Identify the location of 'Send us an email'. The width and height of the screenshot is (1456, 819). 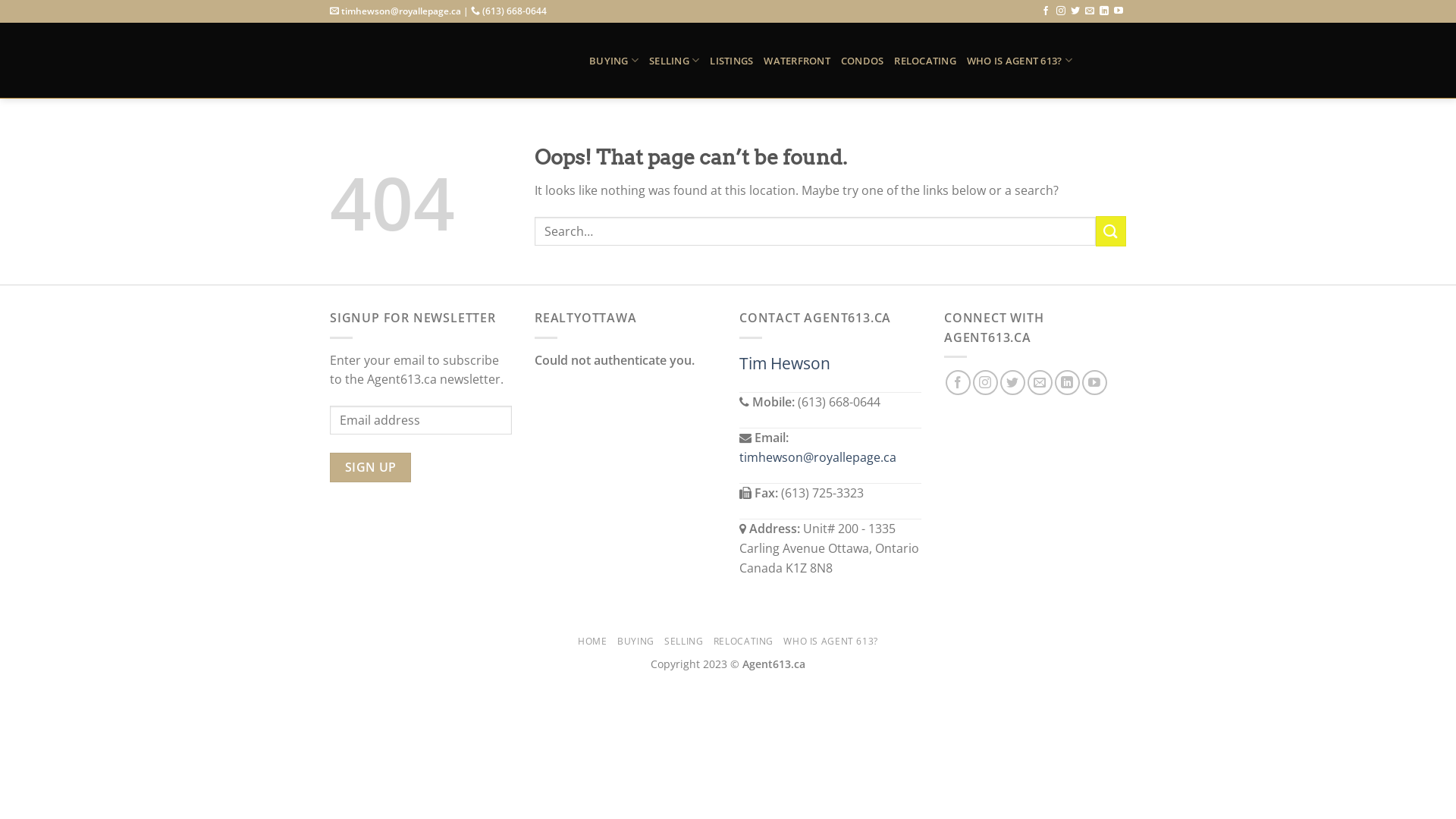
(1088, 11).